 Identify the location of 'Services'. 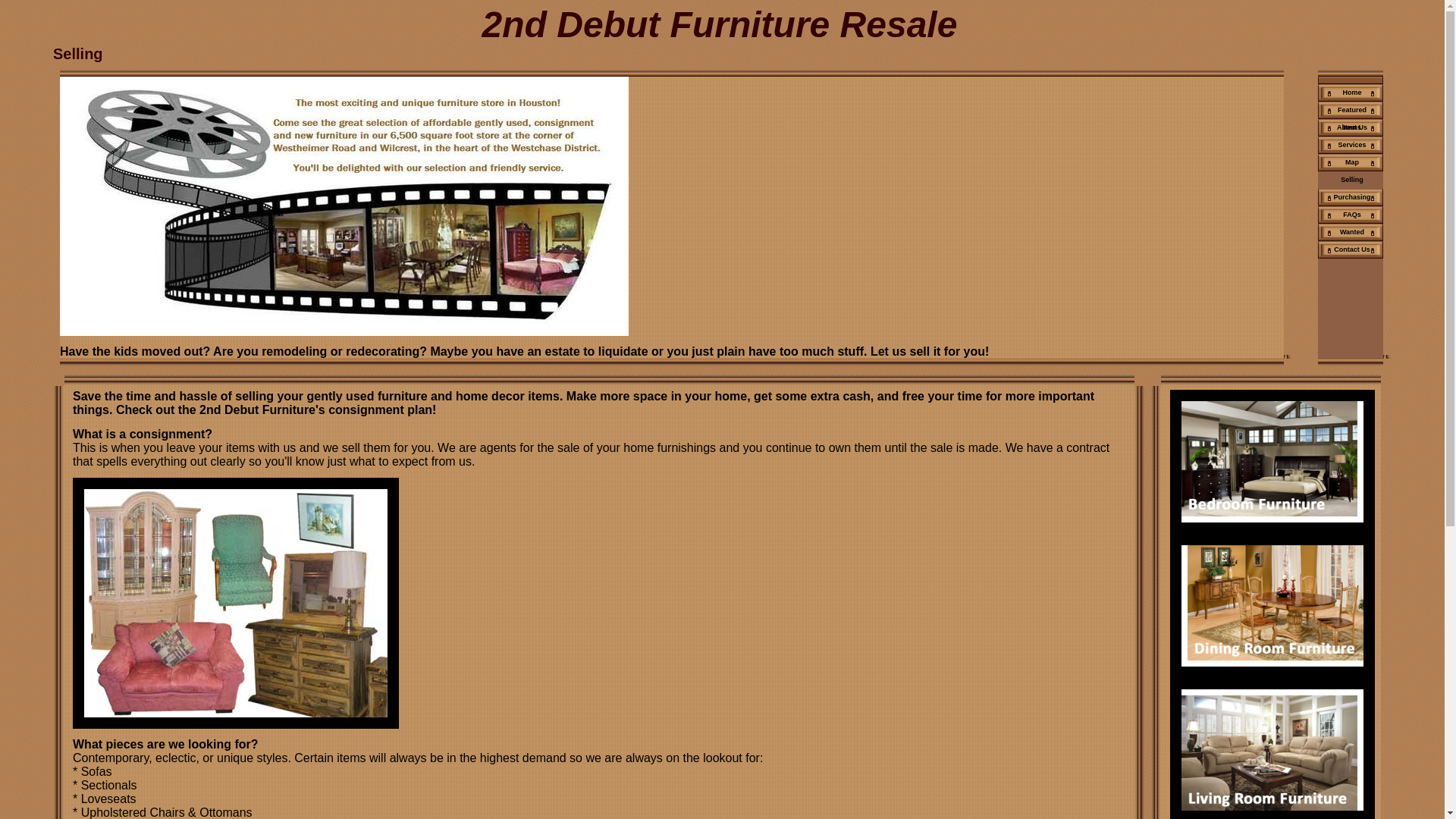
(1350, 145).